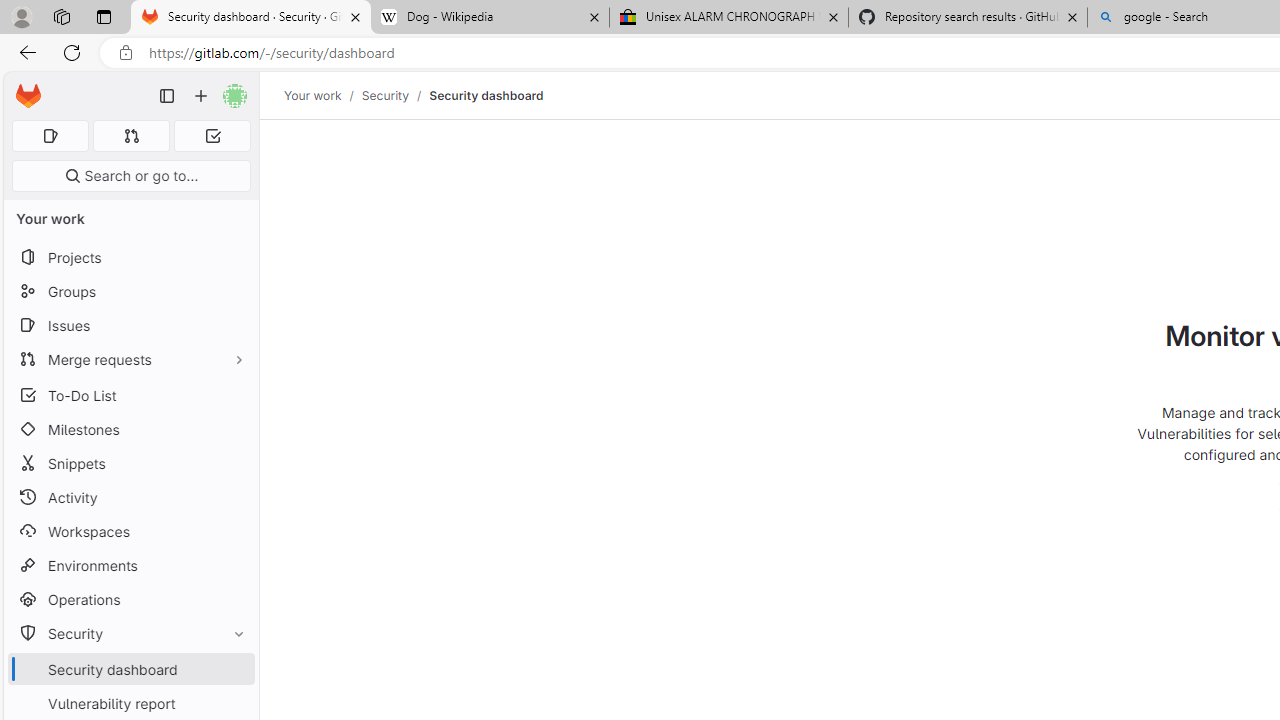  I want to click on 'Issues', so click(130, 324).